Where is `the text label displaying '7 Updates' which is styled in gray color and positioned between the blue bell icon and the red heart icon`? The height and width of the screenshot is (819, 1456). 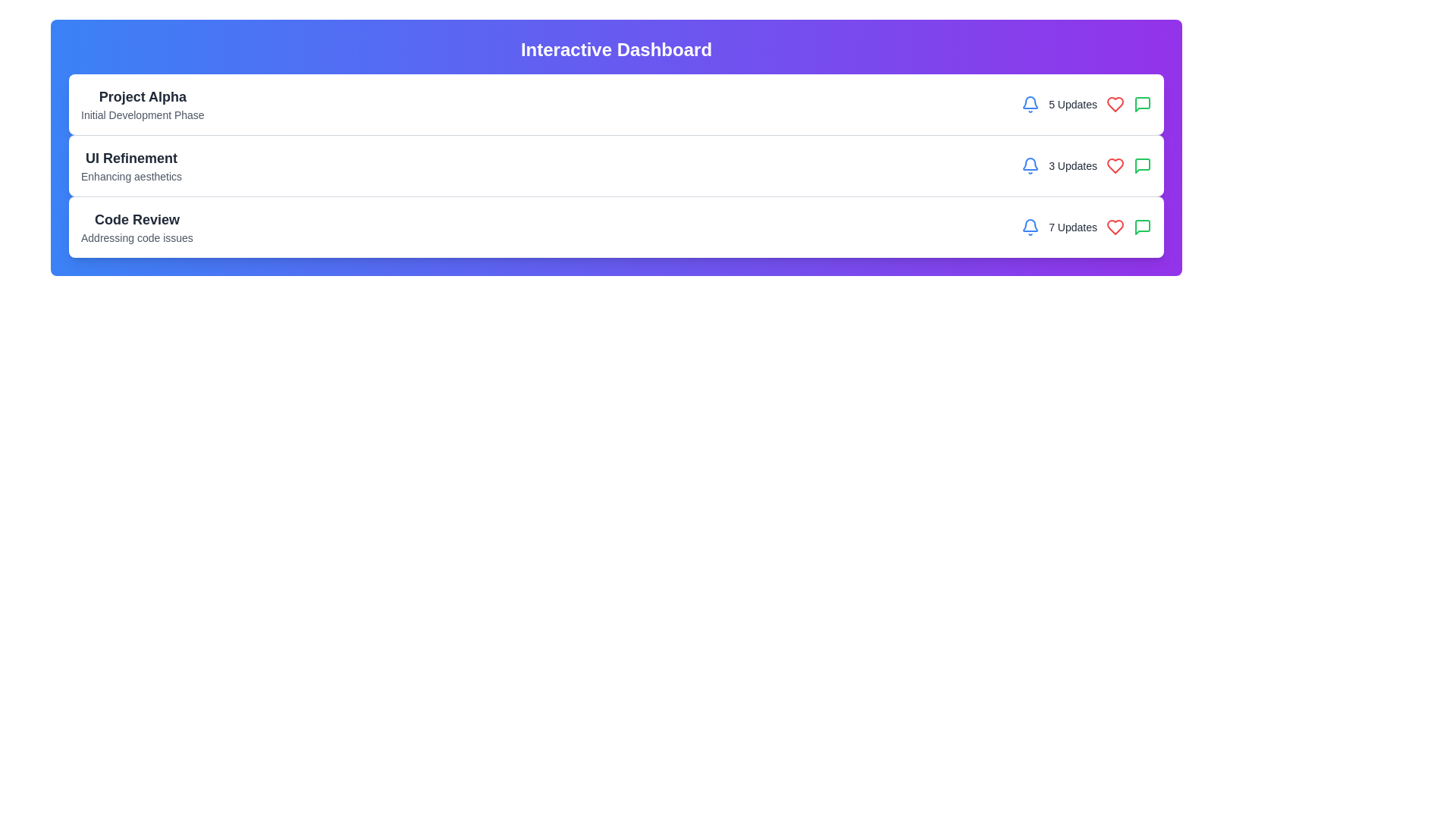 the text label displaying '7 Updates' which is styled in gray color and positioned between the blue bell icon and the red heart icon is located at coordinates (1072, 227).